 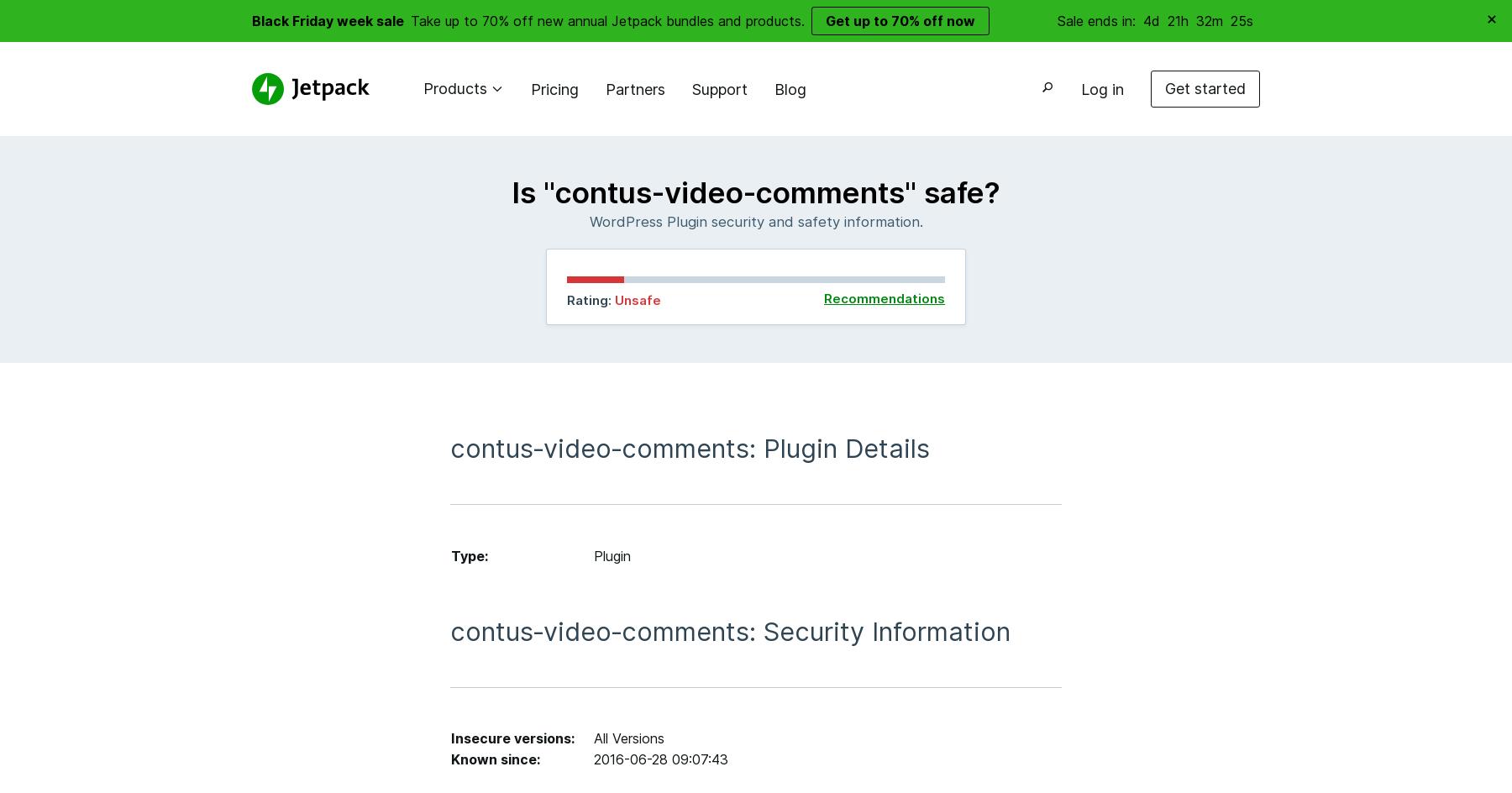 I want to click on 'Black Friday week sale', so click(x=328, y=19).